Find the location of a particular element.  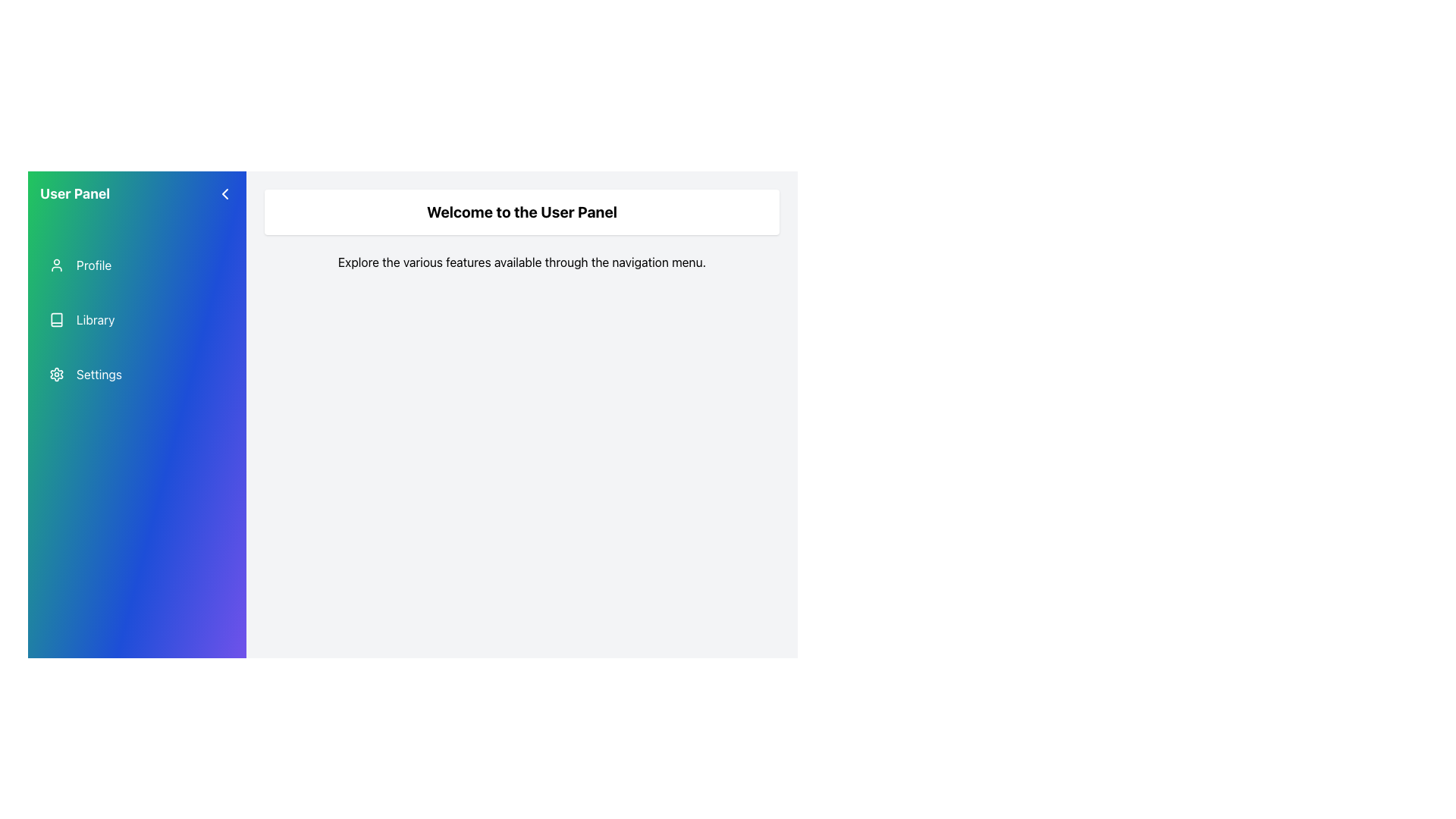

the book-shaped icon located in the left-hand navigation menu beside the 'Library' text label is located at coordinates (57, 318).